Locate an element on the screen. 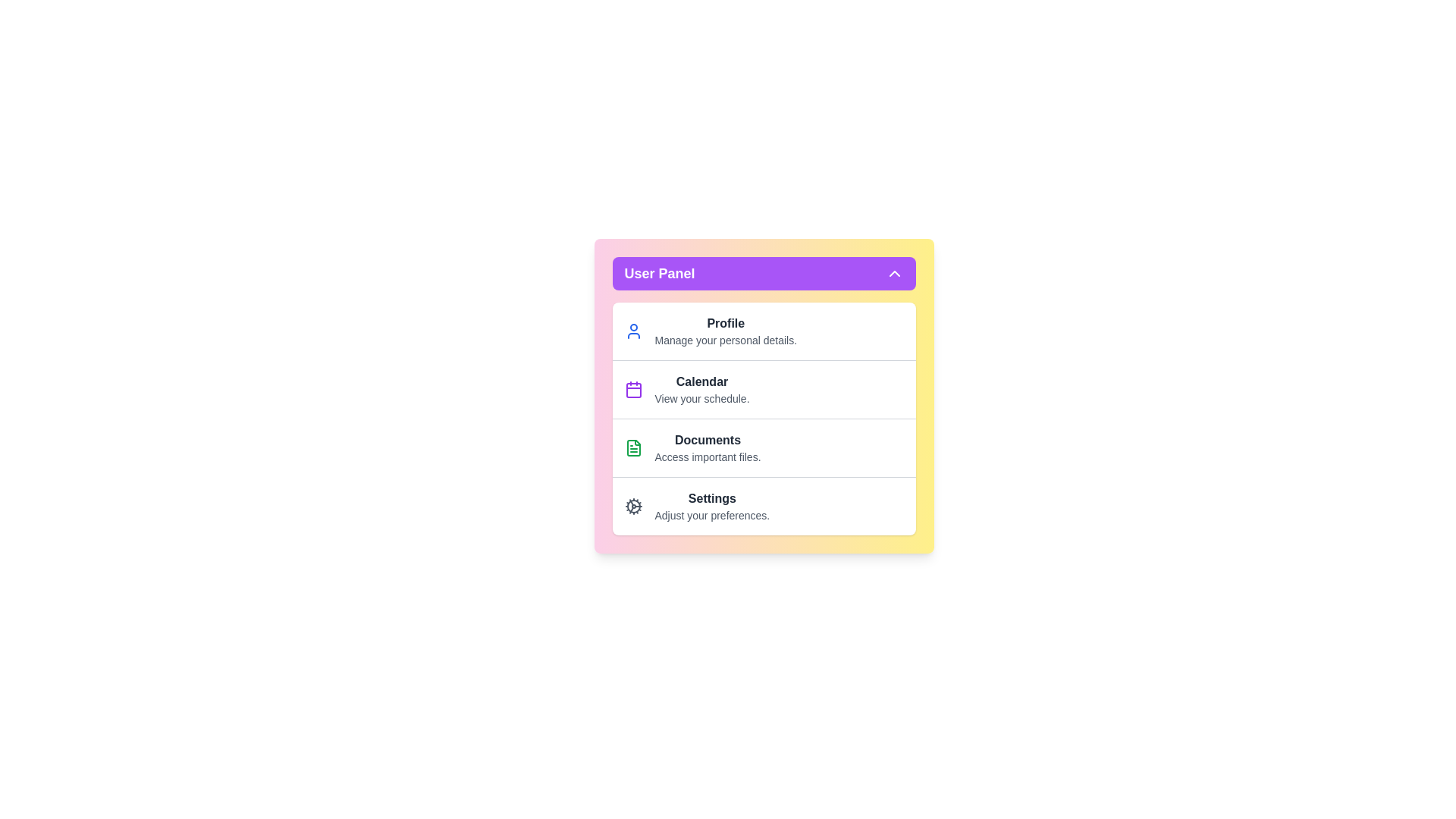 Image resolution: width=1456 pixels, height=819 pixels. an item in the vertical navigation menu located within the 'User Panel' is located at coordinates (764, 419).